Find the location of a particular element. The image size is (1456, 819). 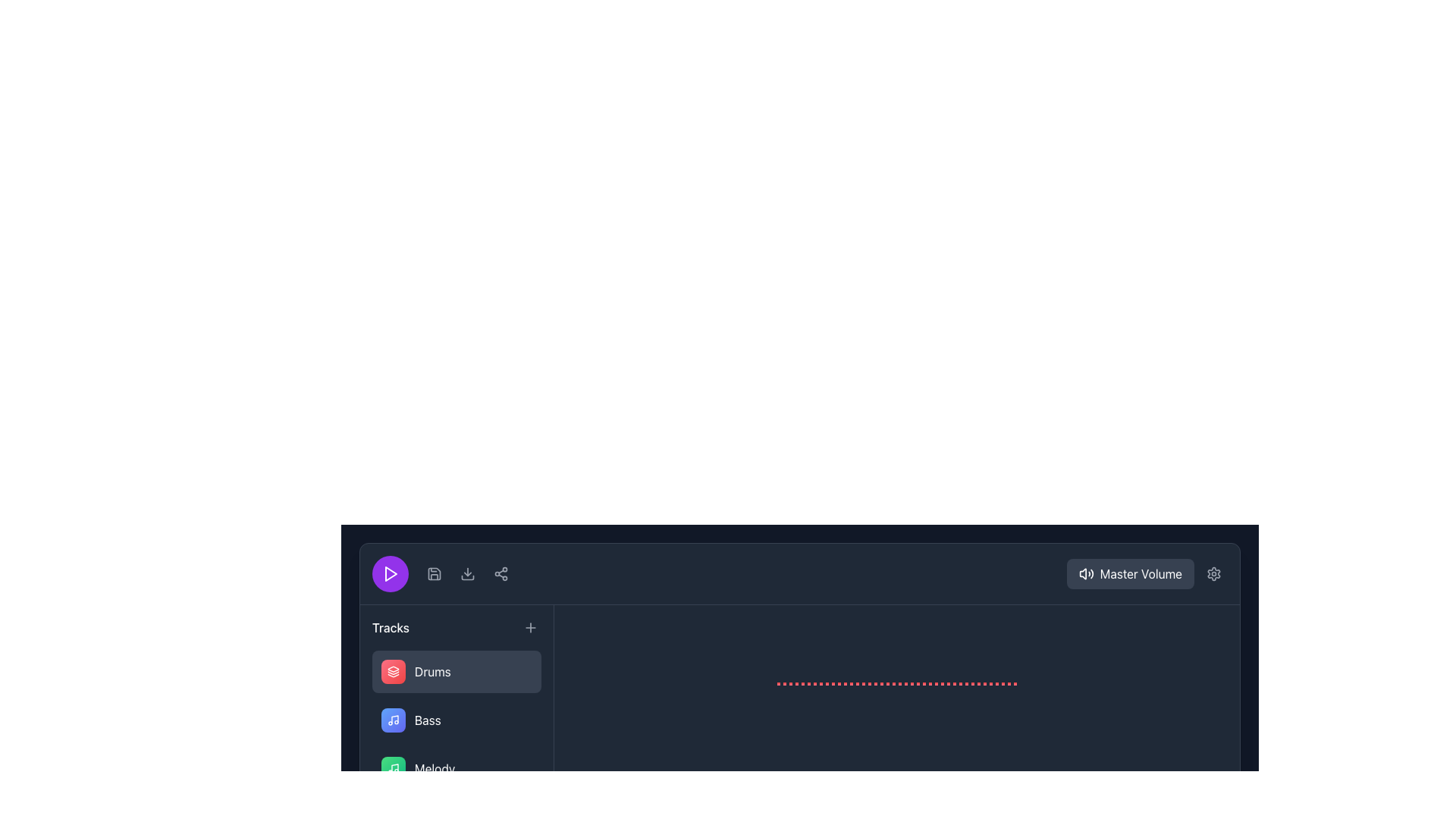

the label displaying 'Bass' with a music icon, which is positioned in the 'Tracks' section below 'Drums' and above 'Melody' is located at coordinates (411, 719).